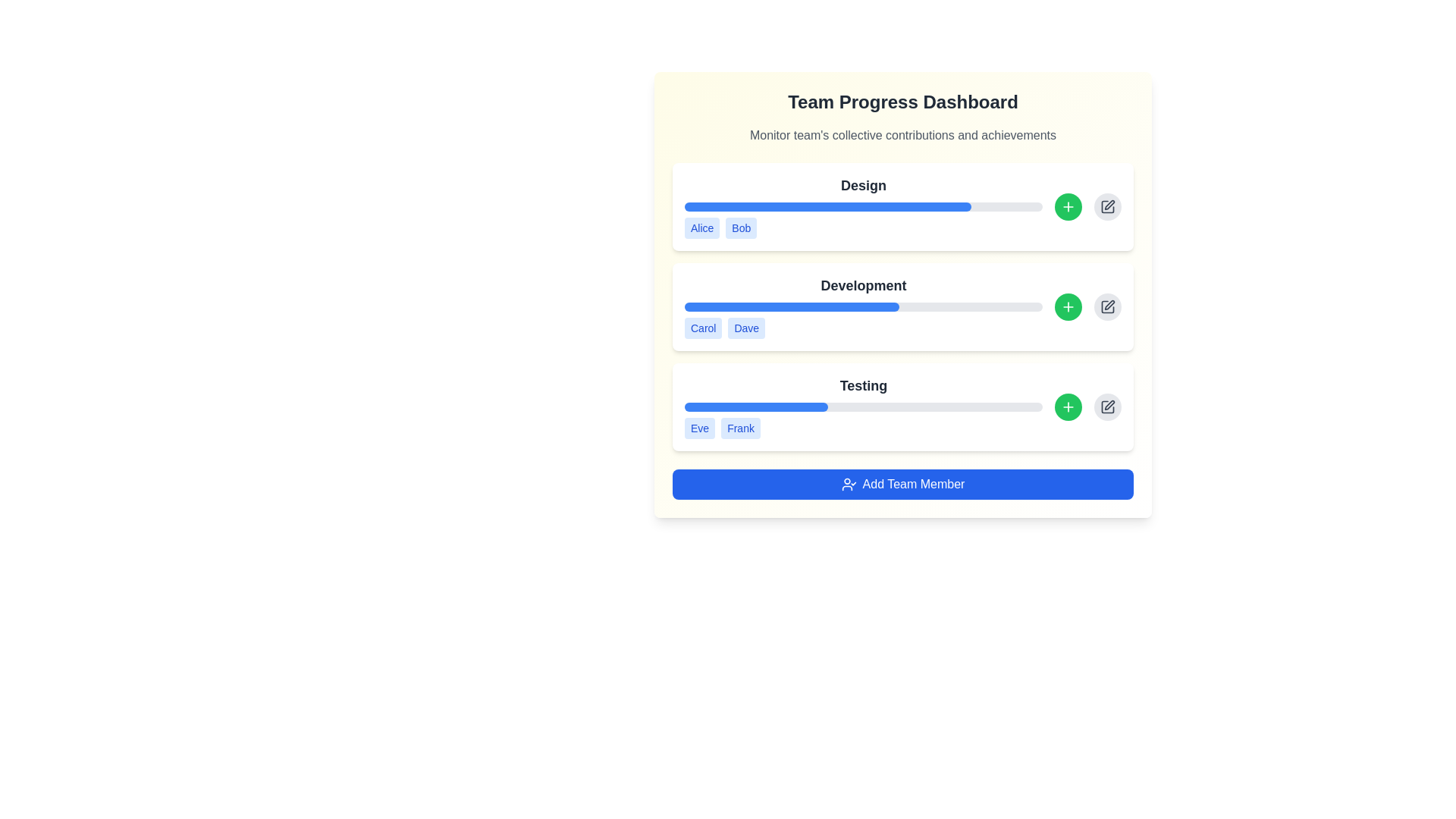  Describe the element at coordinates (791, 307) in the screenshot. I see `the horizontal progress bar filled to 60% with a vibrant blue color, located within the 'Development' subsection of the interface, centered below the 'Development' label and above the 'Add Team Member' button` at that location.